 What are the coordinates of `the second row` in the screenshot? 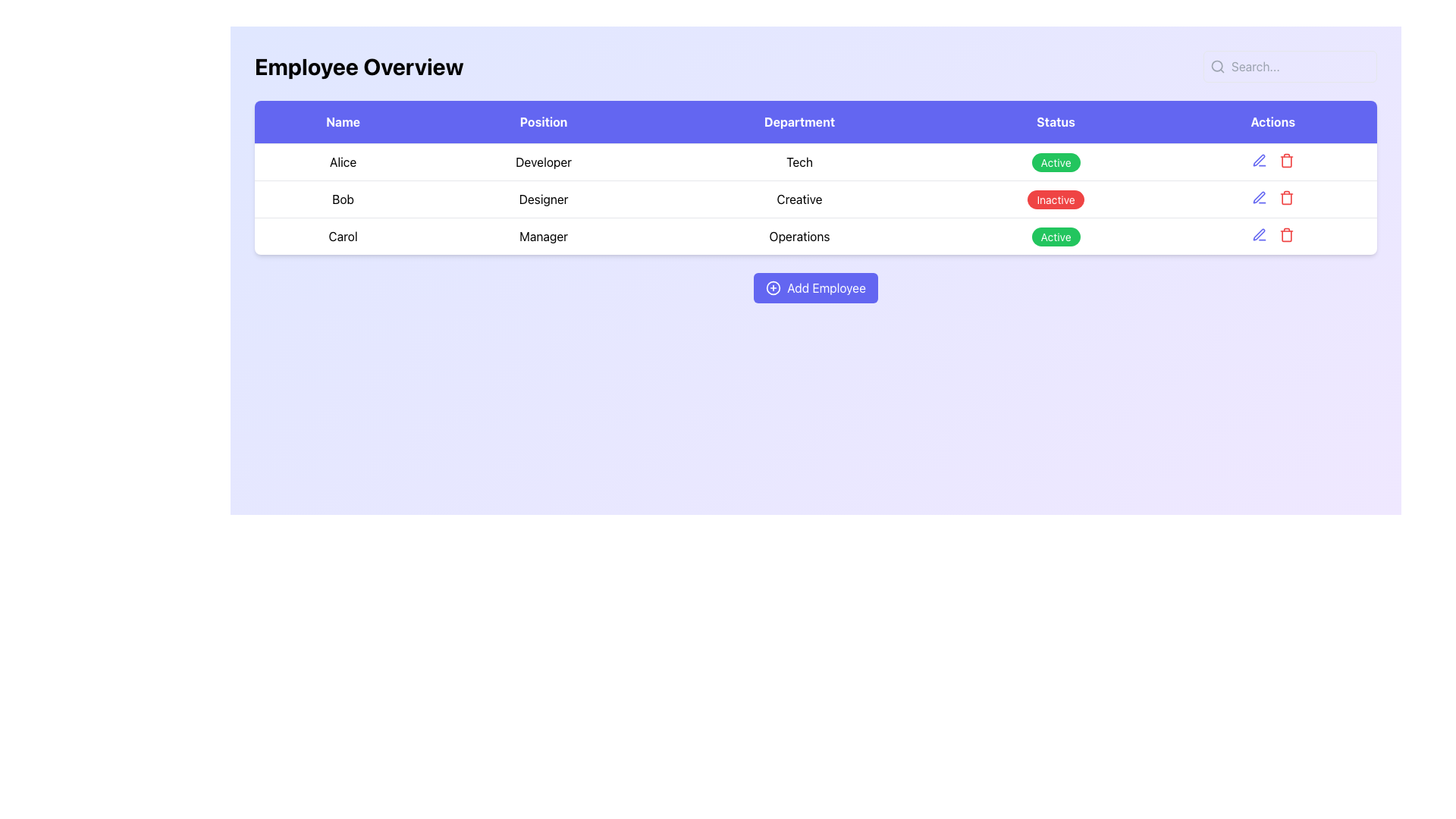 It's located at (814, 198).